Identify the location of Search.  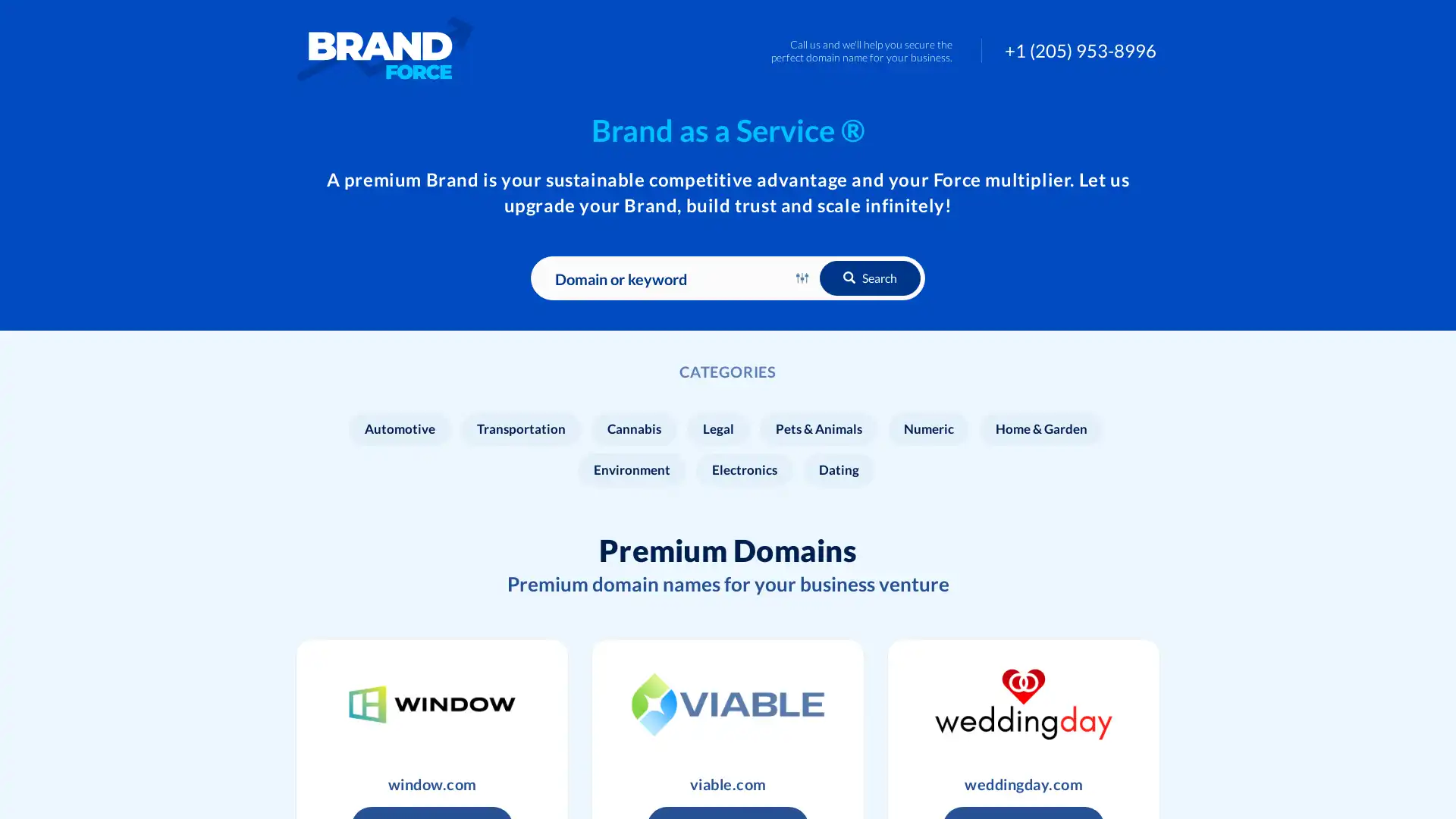
(870, 278).